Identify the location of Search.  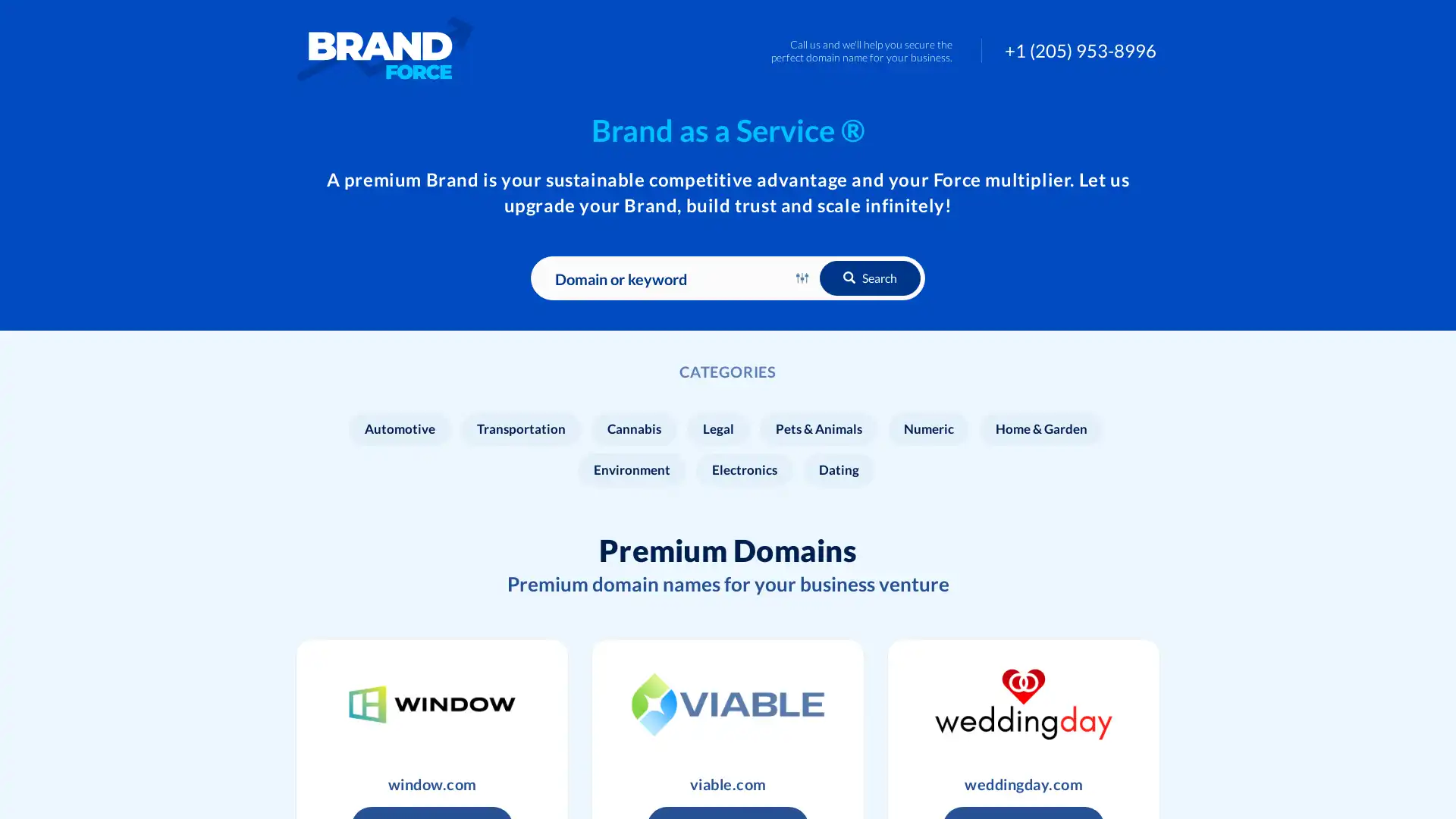
(870, 278).